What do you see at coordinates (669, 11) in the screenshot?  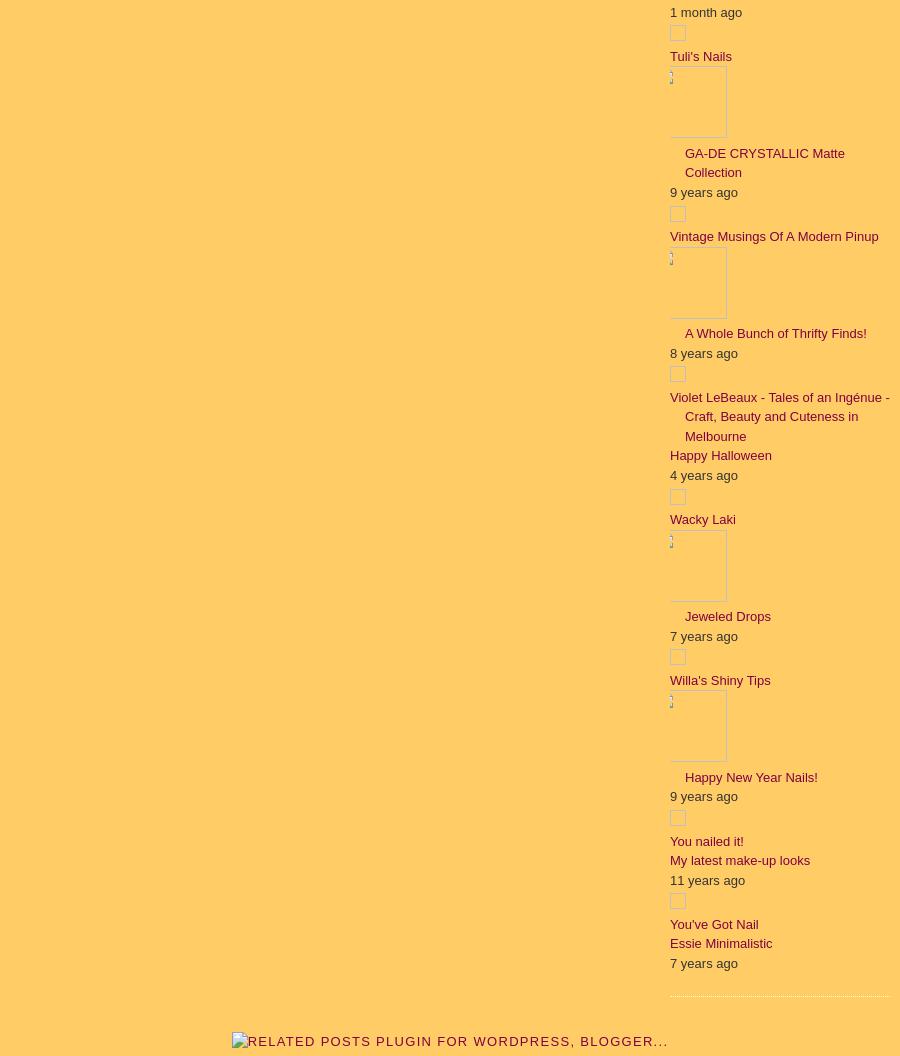 I see `'1 month ago'` at bounding box center [669, 11].